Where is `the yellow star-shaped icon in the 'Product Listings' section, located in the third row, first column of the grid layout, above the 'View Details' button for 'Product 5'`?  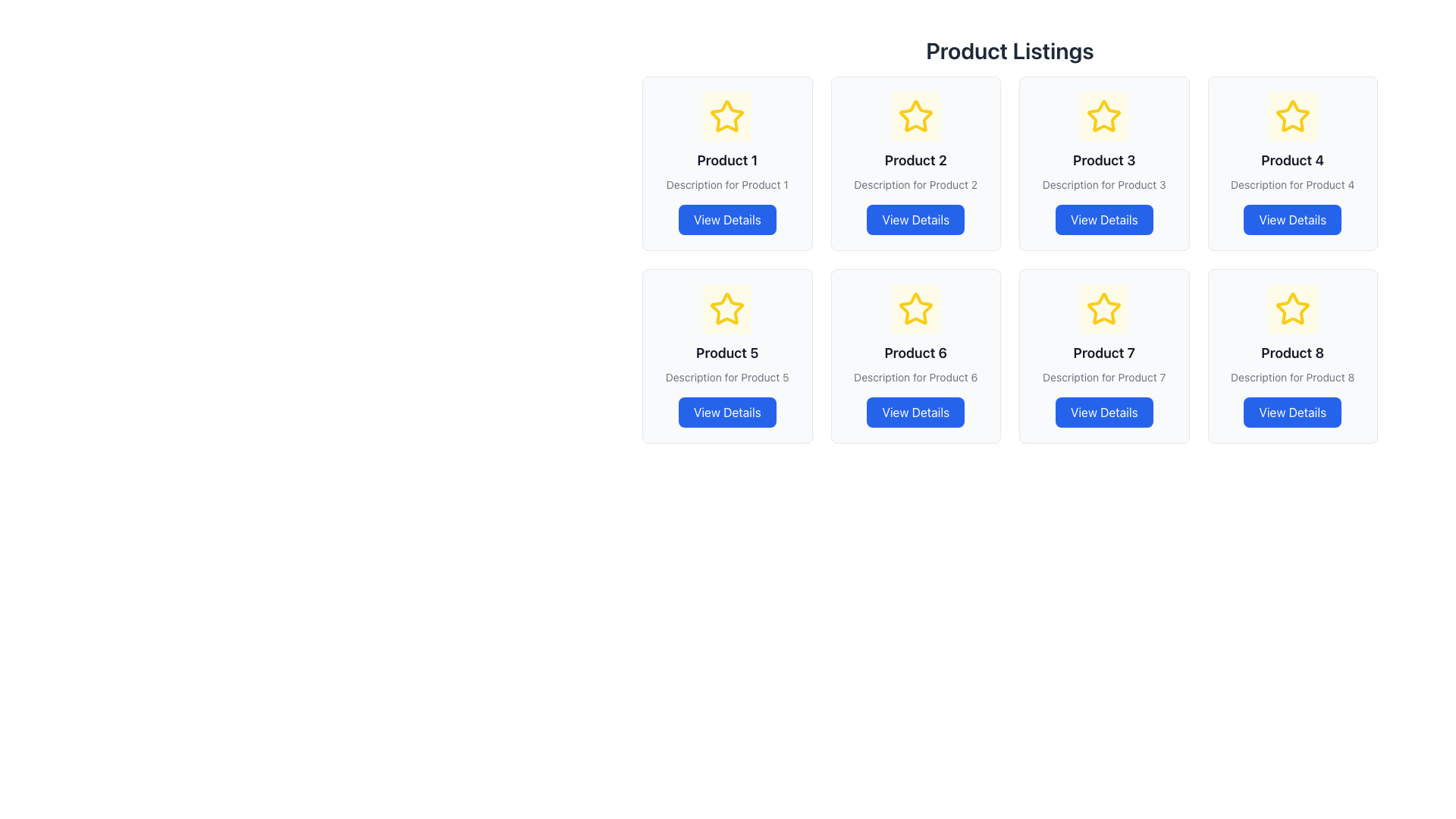
the yellow star-shaped icon in the 'Product Listings' section, located in the third row, first column of the grid layout, above the 'View Details' button for 'Product 5' is located at coordinates (726, 308).